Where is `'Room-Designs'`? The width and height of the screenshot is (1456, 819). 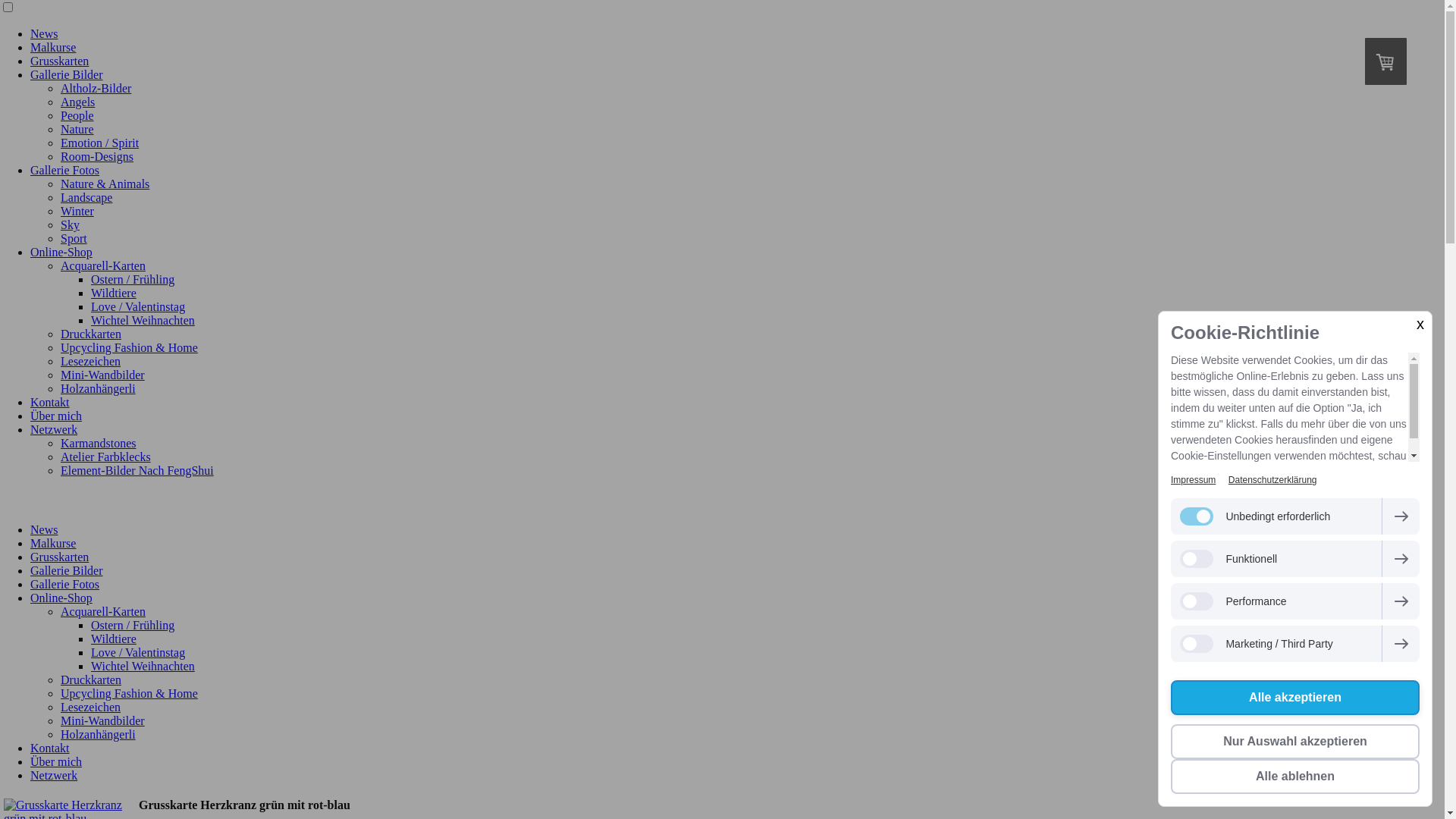 'Room-Designs' is located at coordinates (96, 156).